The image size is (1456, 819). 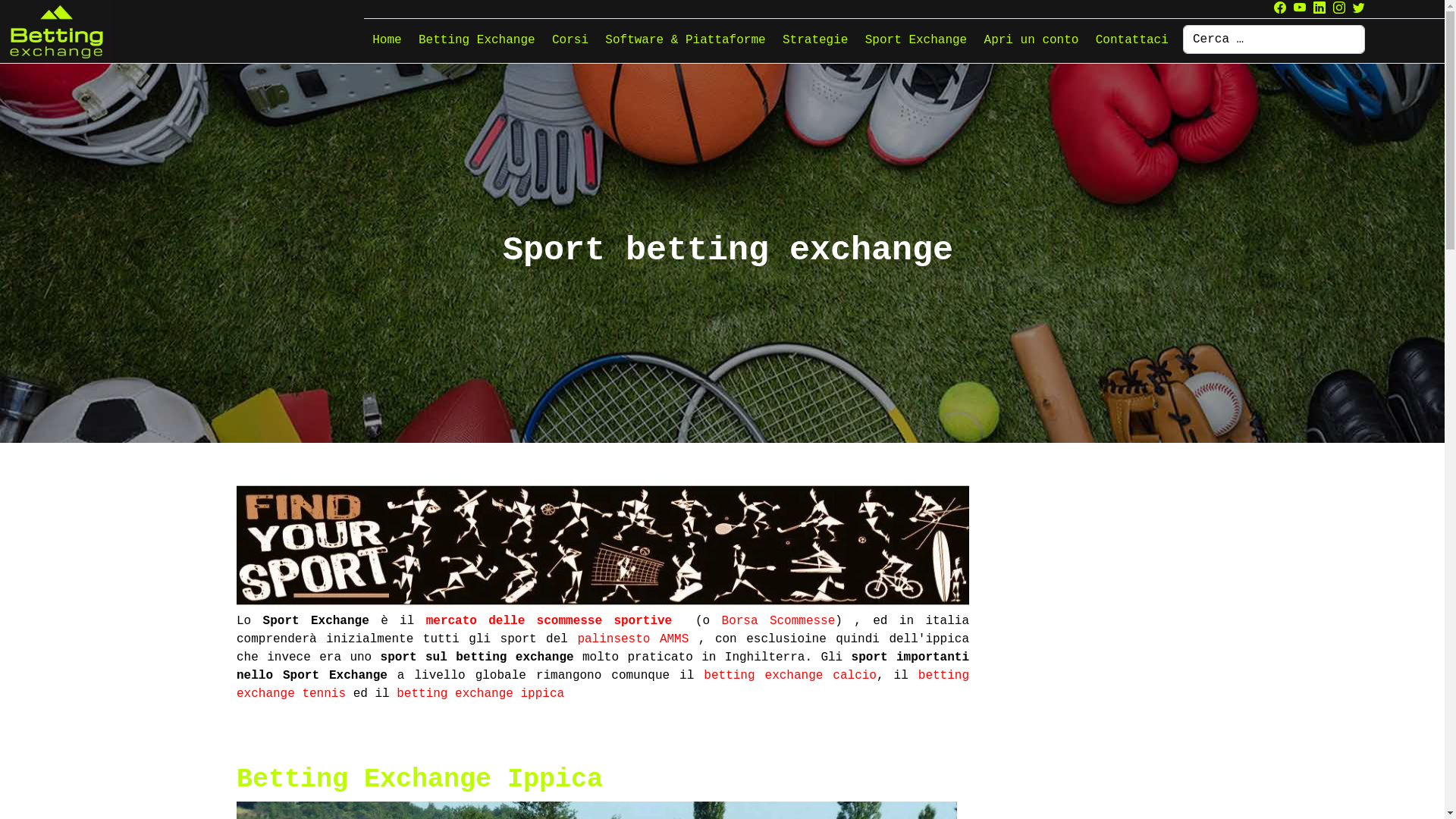 I want to click on 'Apri un conto', so click(x=975, y=39).